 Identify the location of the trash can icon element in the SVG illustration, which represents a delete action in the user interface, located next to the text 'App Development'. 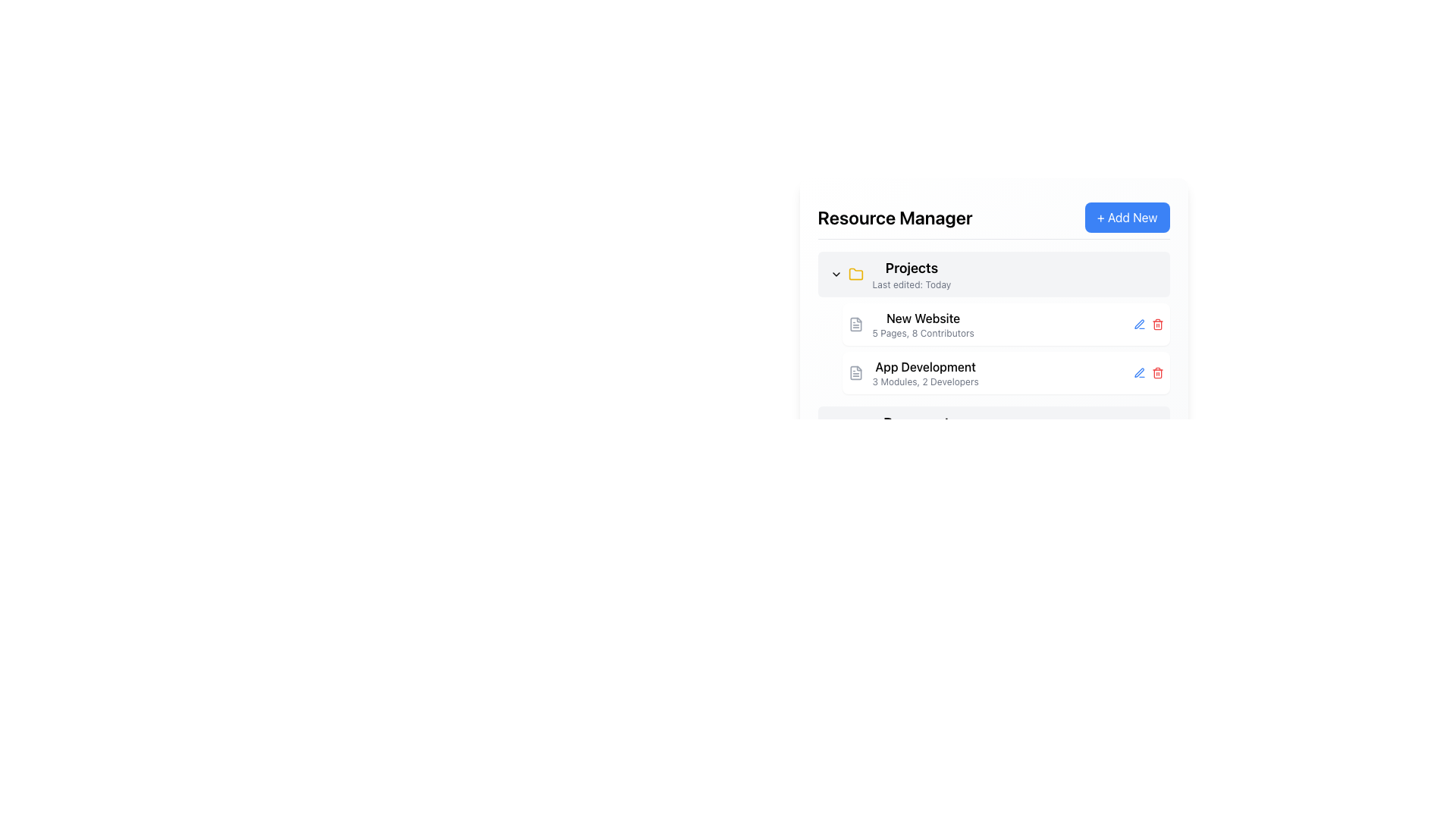
(1156, 374).